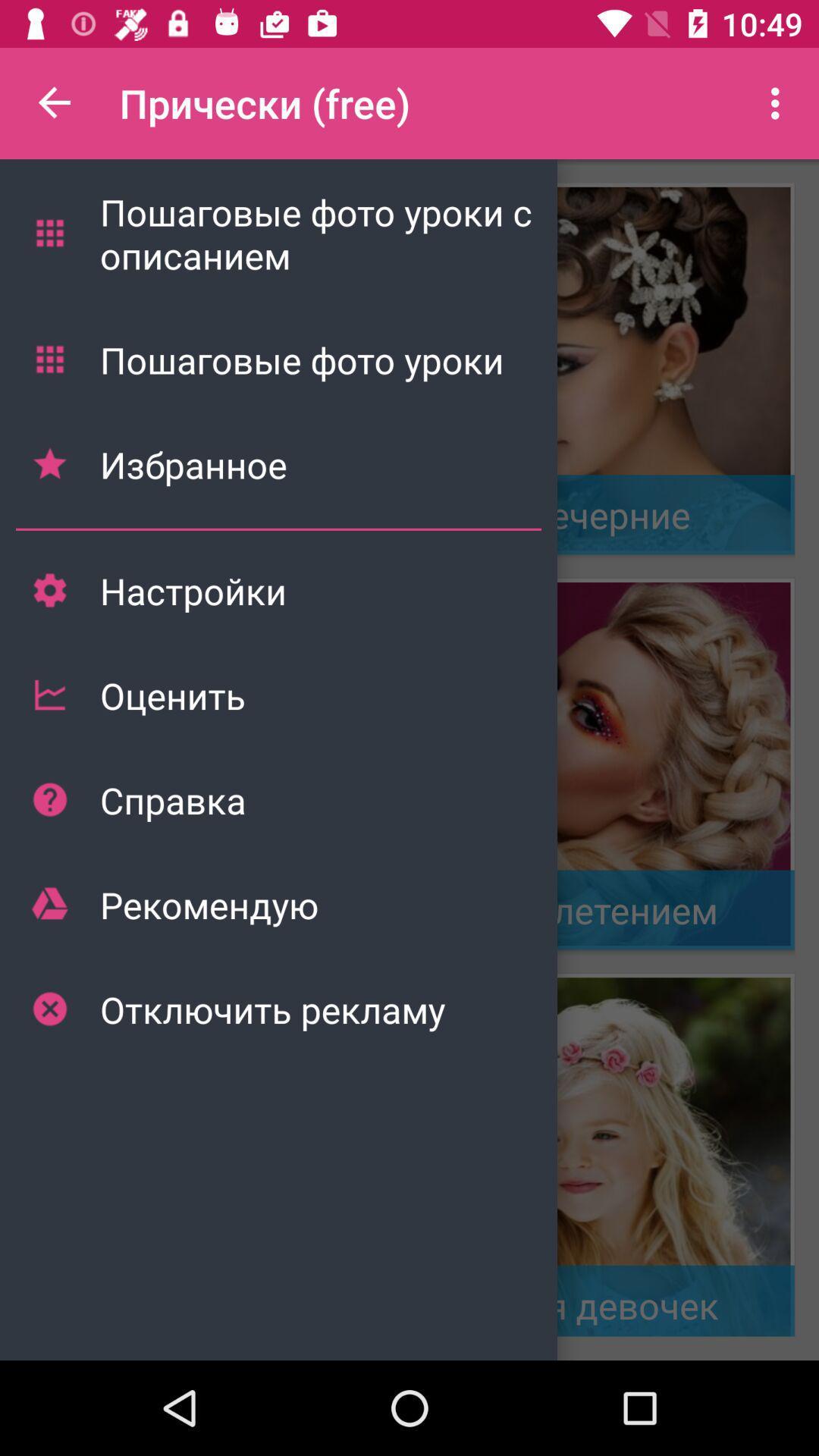  Describe the element at coordinates (607, 764) in the screenshot. I see `the second image` at that location.